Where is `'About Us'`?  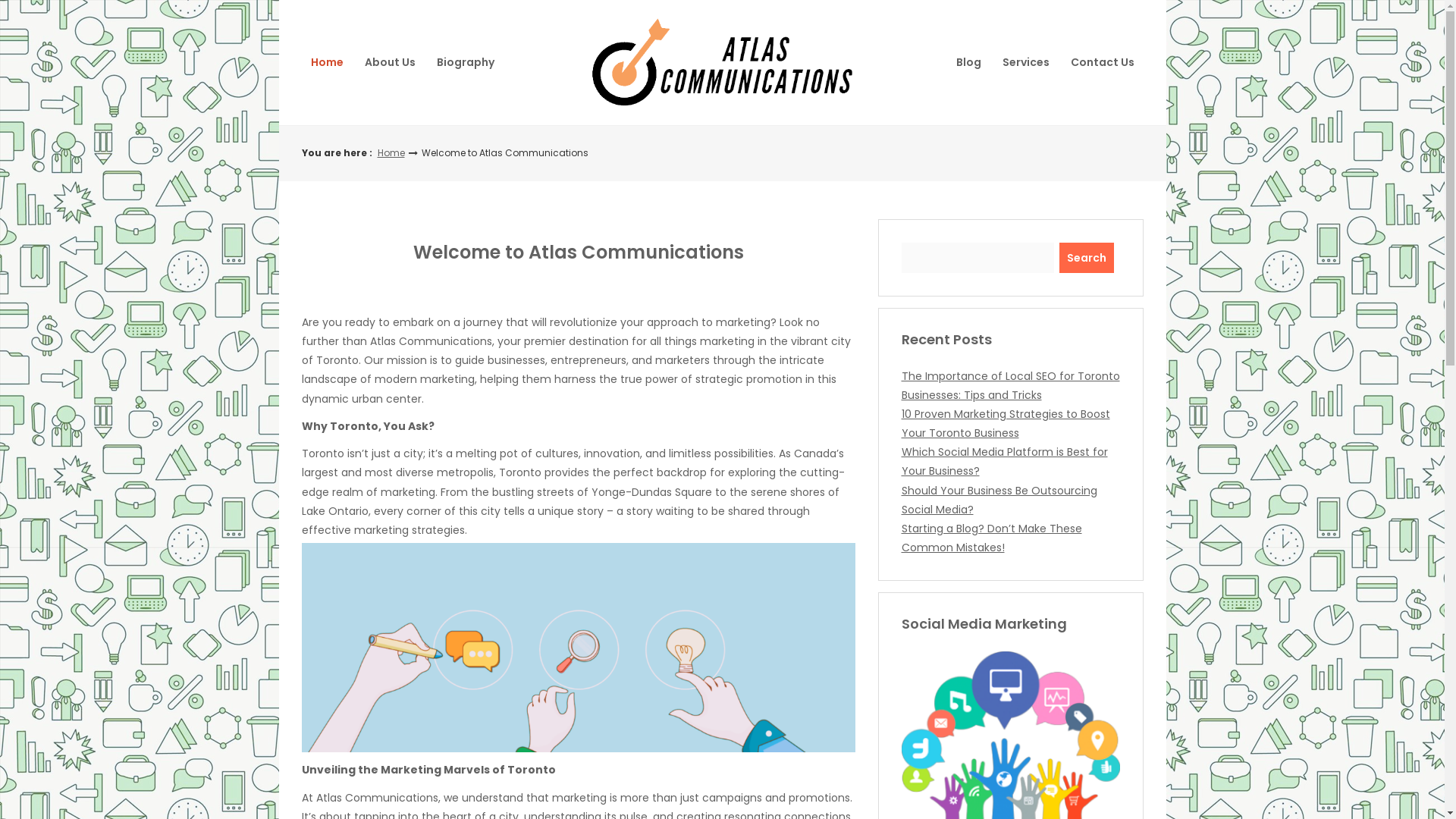
'About Us' is located at coordinates (389, 61).